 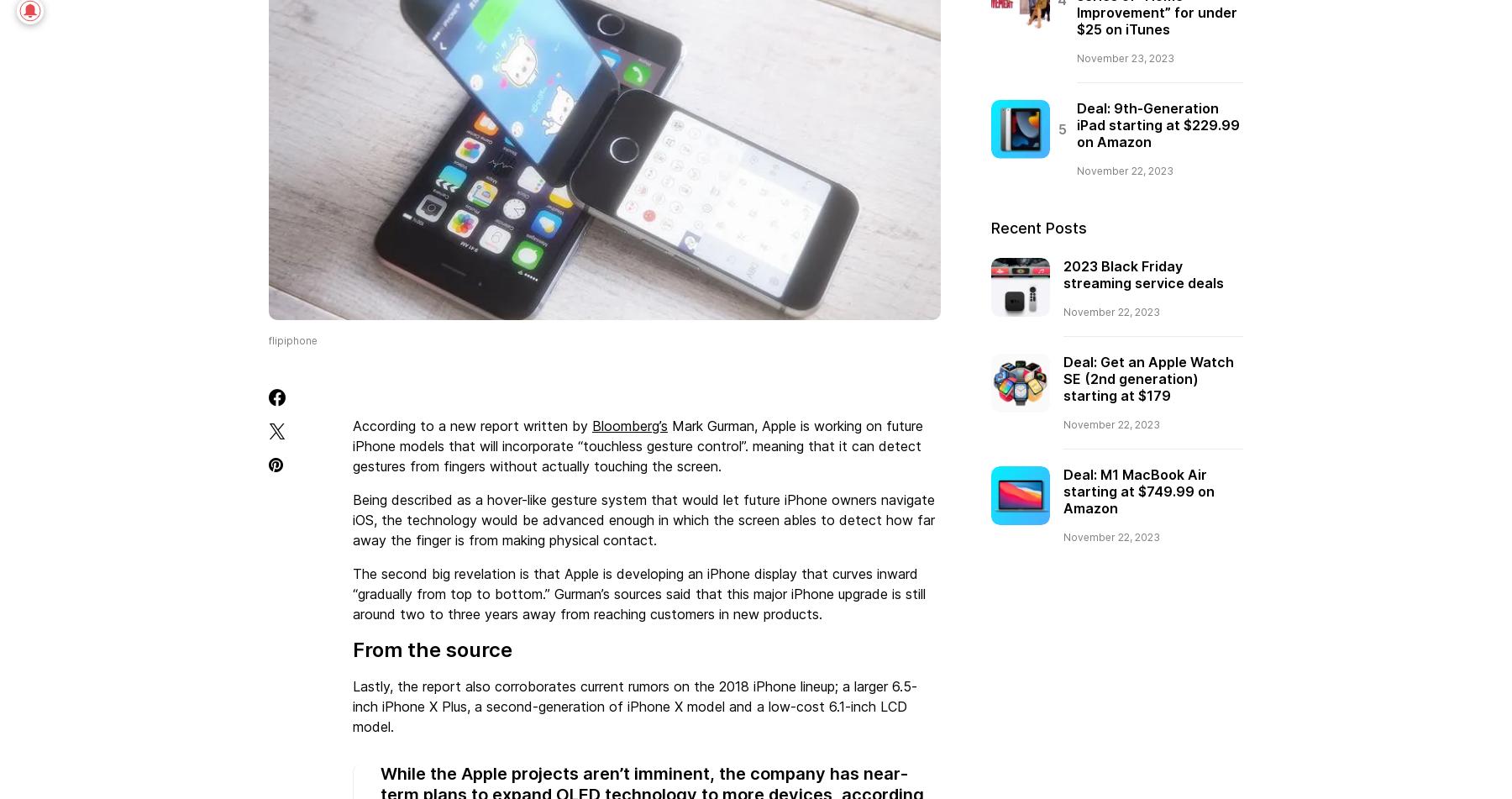 I want to click on 'Mark Gurman, Apple is working on future iPhone models that will incorporate “touchless gesture control”. meaning that it can detect gestures from fingers without actually touching the screen.', so click(x=637, y=444).